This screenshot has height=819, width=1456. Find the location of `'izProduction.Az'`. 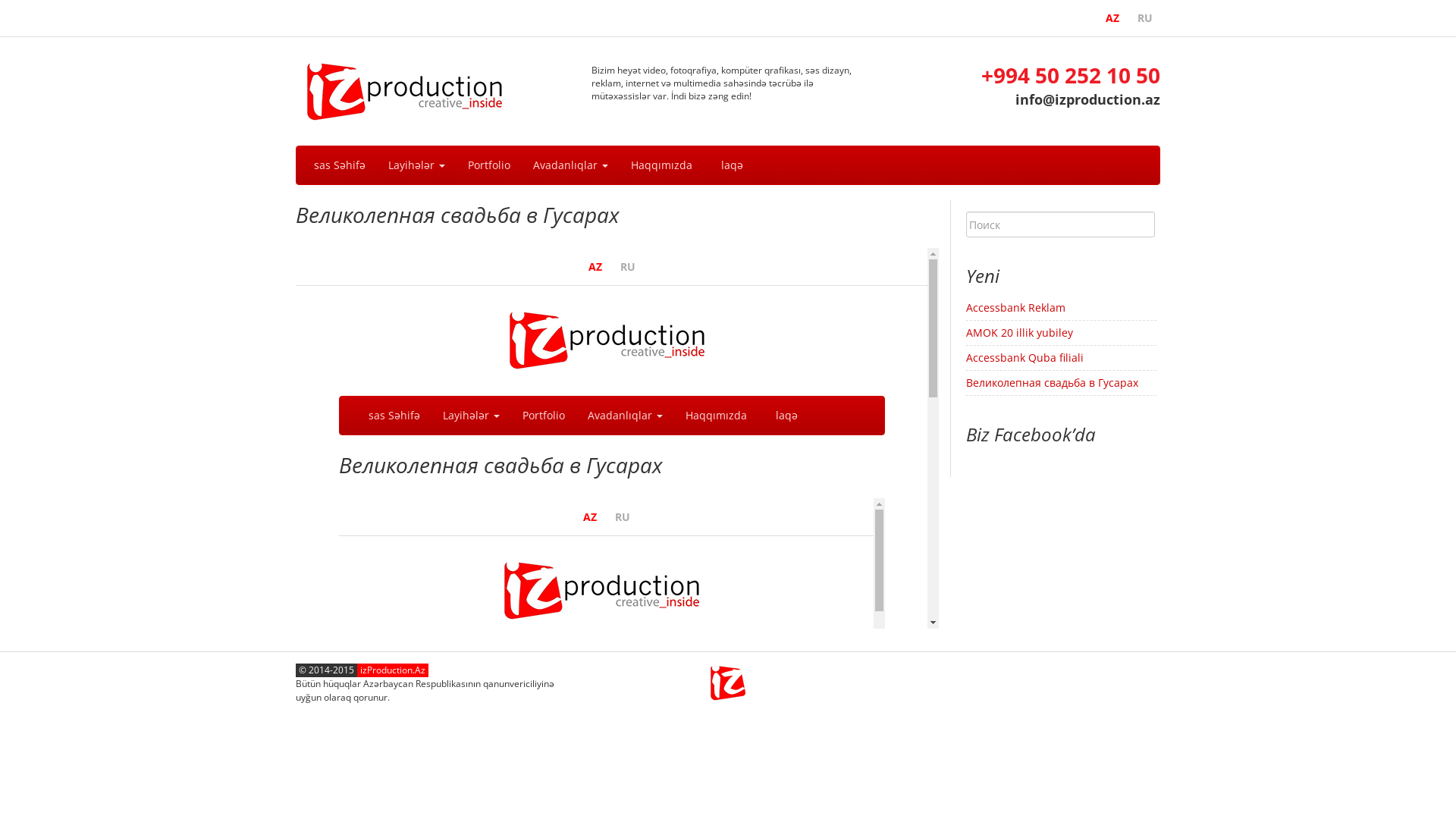

'izProduction.Az' is located at coordinates (393, 669).